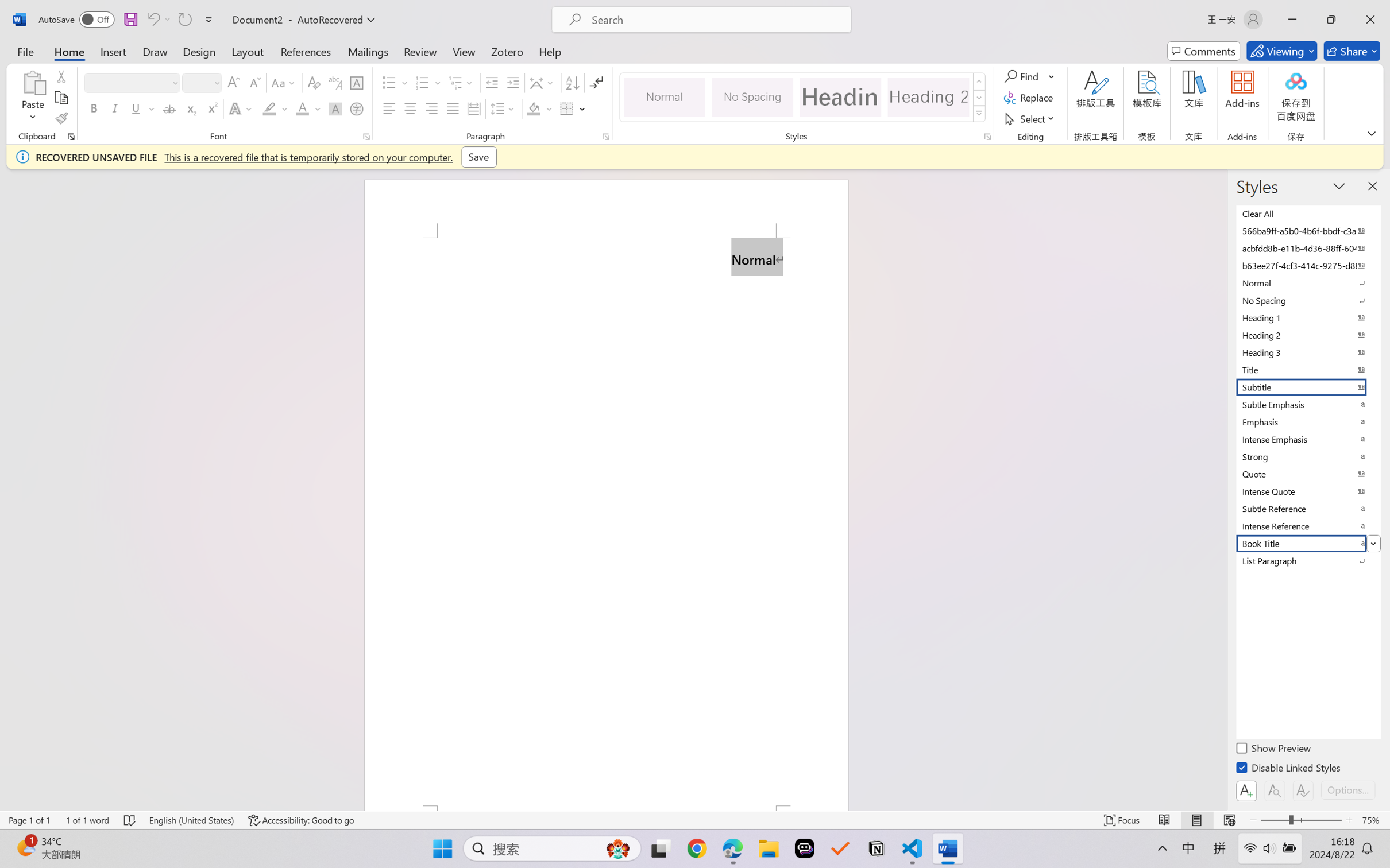 This screenshot has height=868, width=1390. What do you see at coordinates (334, 108) in the screenshot?
I see `'Character Shading'` at bounding box center [334, 108].